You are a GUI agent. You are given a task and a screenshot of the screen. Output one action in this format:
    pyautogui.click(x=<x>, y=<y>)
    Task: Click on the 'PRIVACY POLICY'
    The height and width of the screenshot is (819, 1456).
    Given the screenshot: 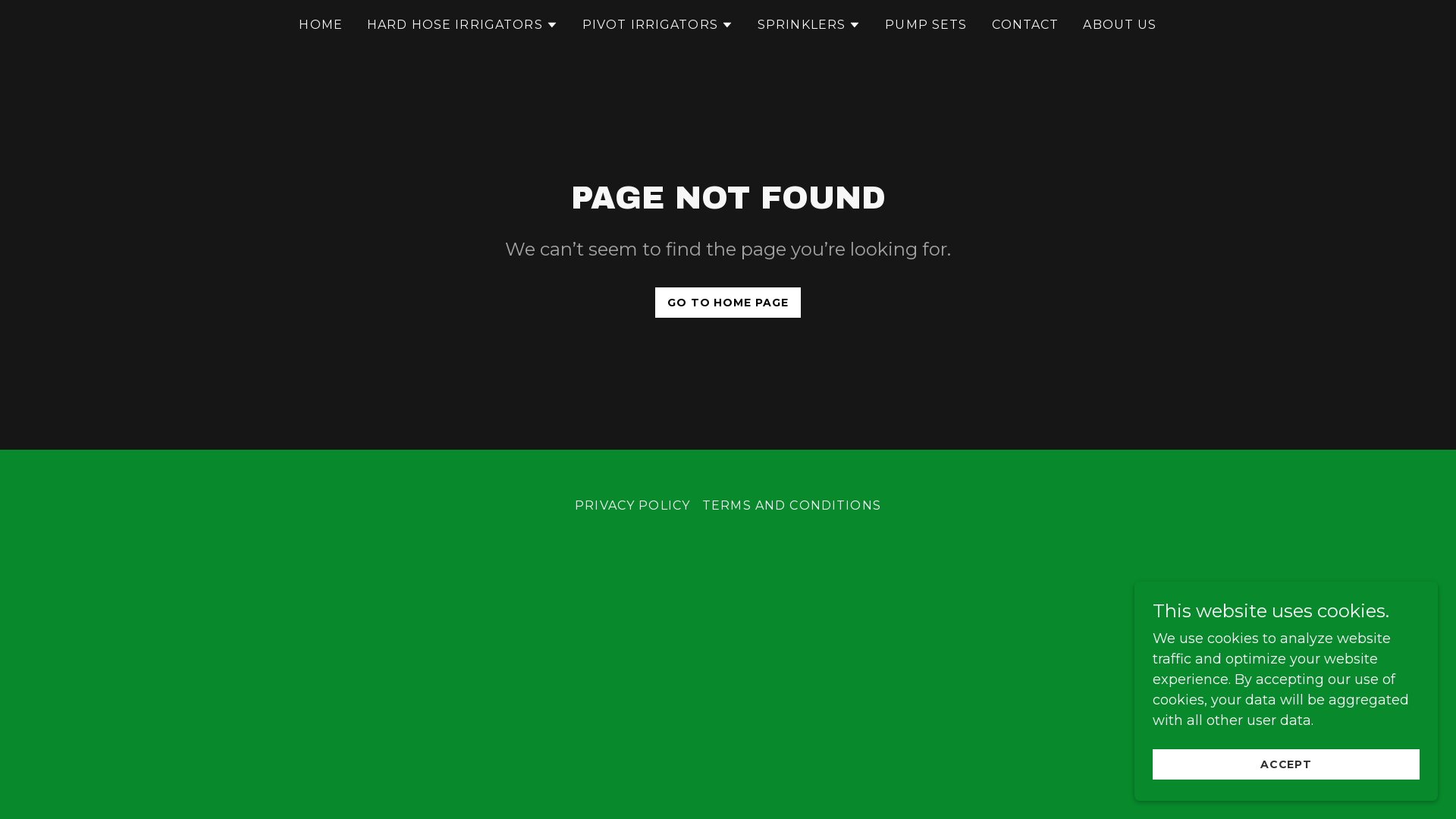 What is the action you would take?
    pyautogui.click(x=632, y=505)
    